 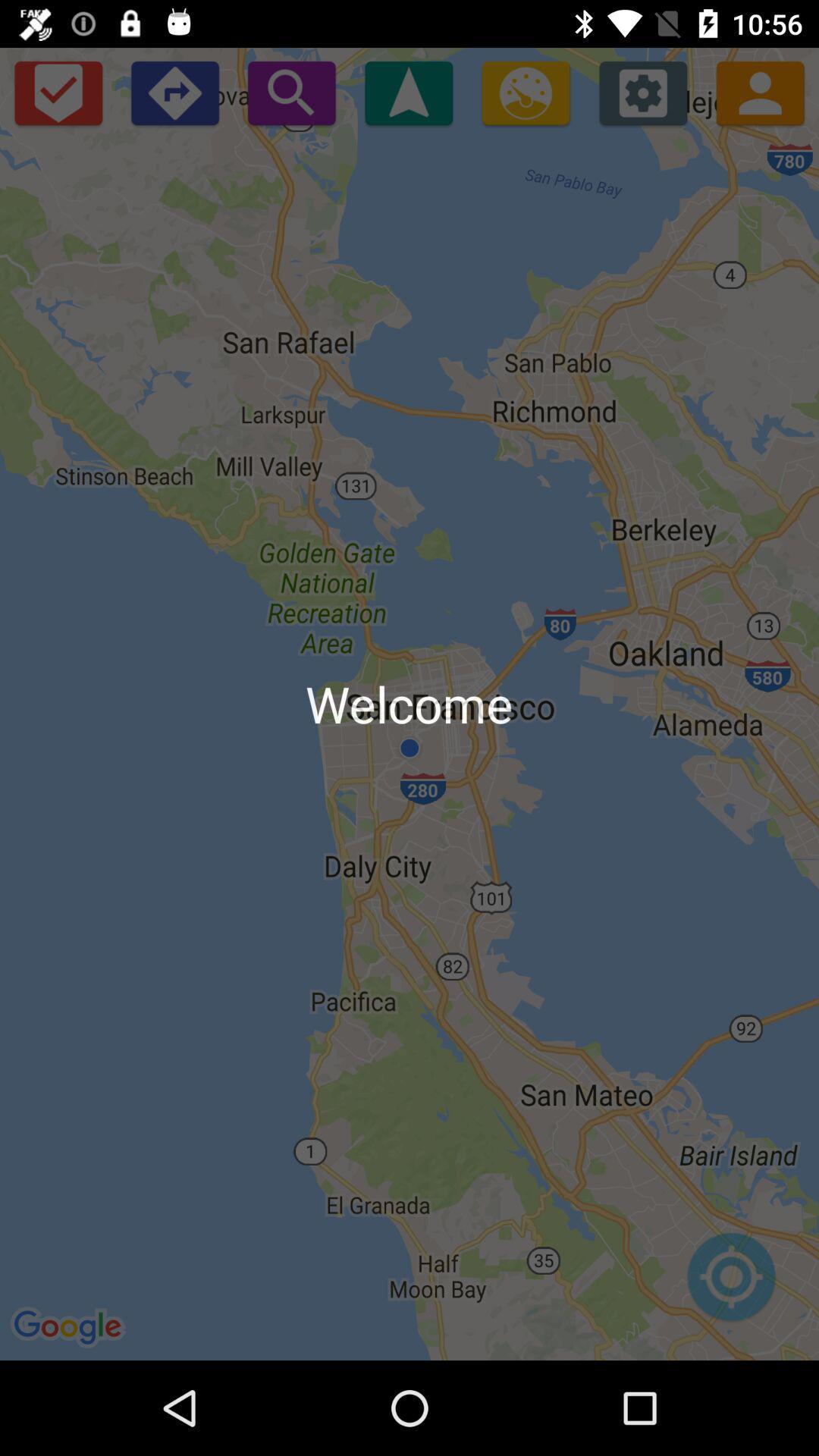 I want to click on open settings, so click(x=643, y=92).